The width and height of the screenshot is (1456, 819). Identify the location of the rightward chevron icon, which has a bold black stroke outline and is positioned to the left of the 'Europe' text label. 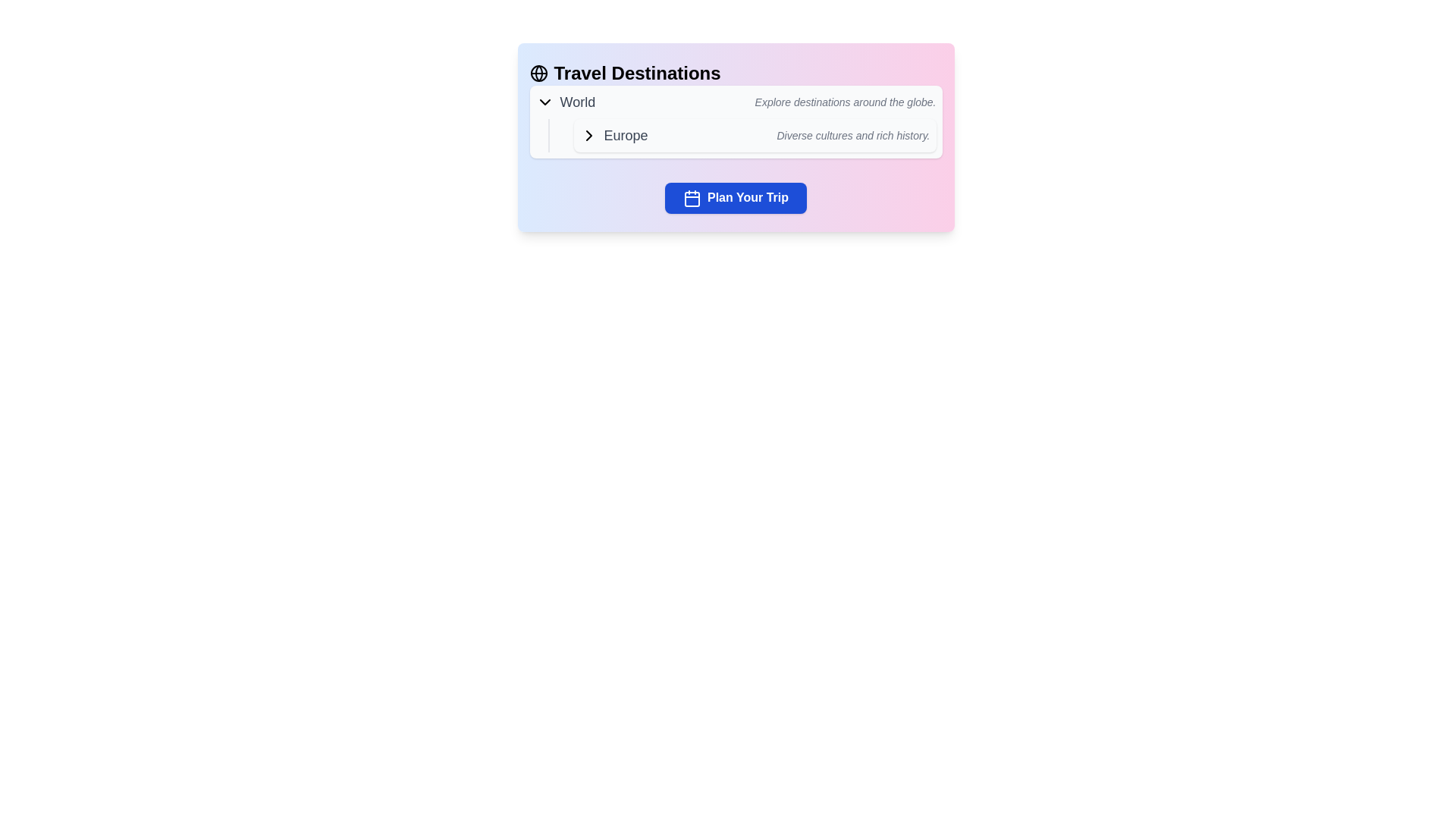
(588, 134).